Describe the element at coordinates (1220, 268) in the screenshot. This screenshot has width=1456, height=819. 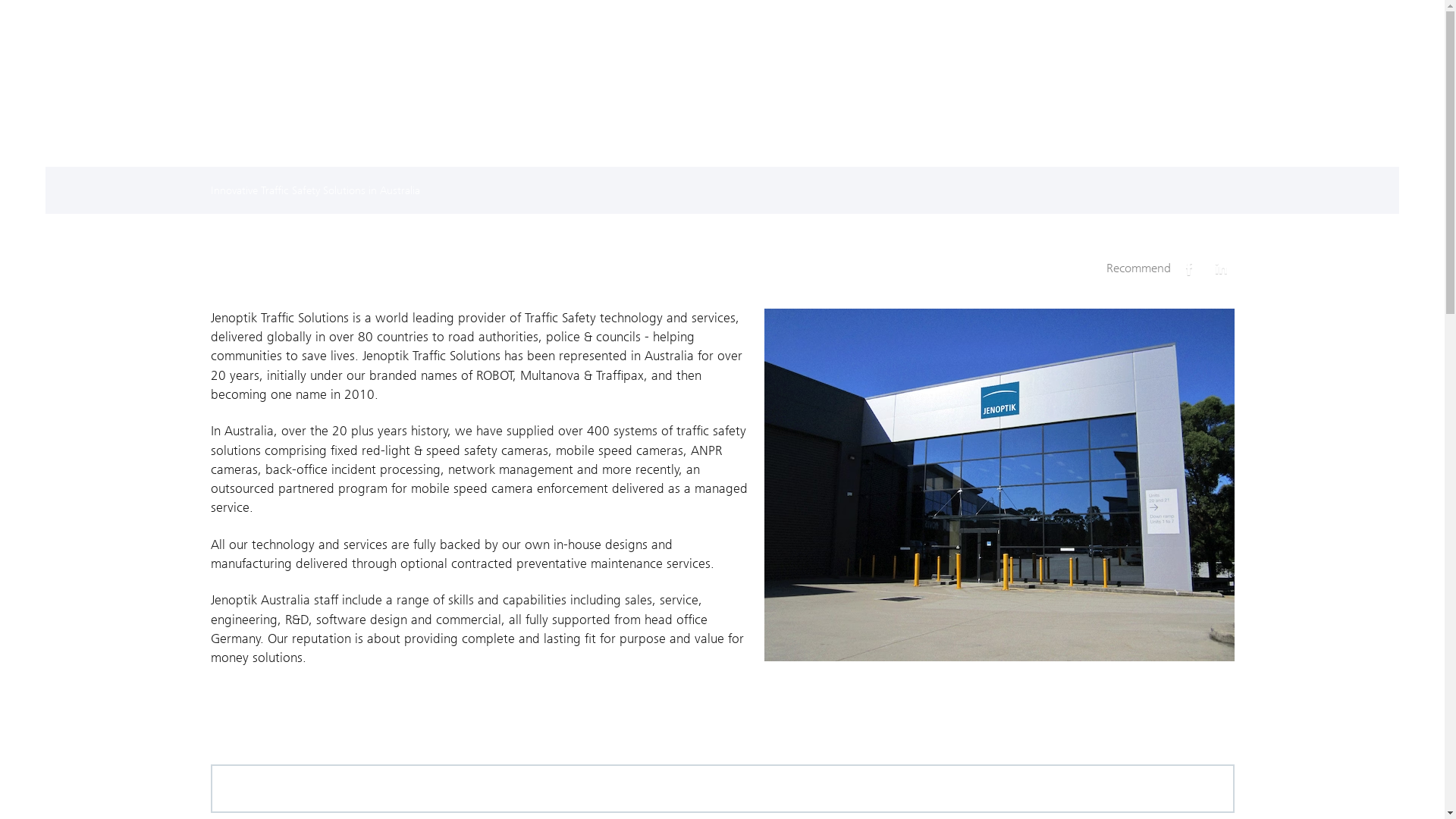
I see `'LinkedIn'` at that location.